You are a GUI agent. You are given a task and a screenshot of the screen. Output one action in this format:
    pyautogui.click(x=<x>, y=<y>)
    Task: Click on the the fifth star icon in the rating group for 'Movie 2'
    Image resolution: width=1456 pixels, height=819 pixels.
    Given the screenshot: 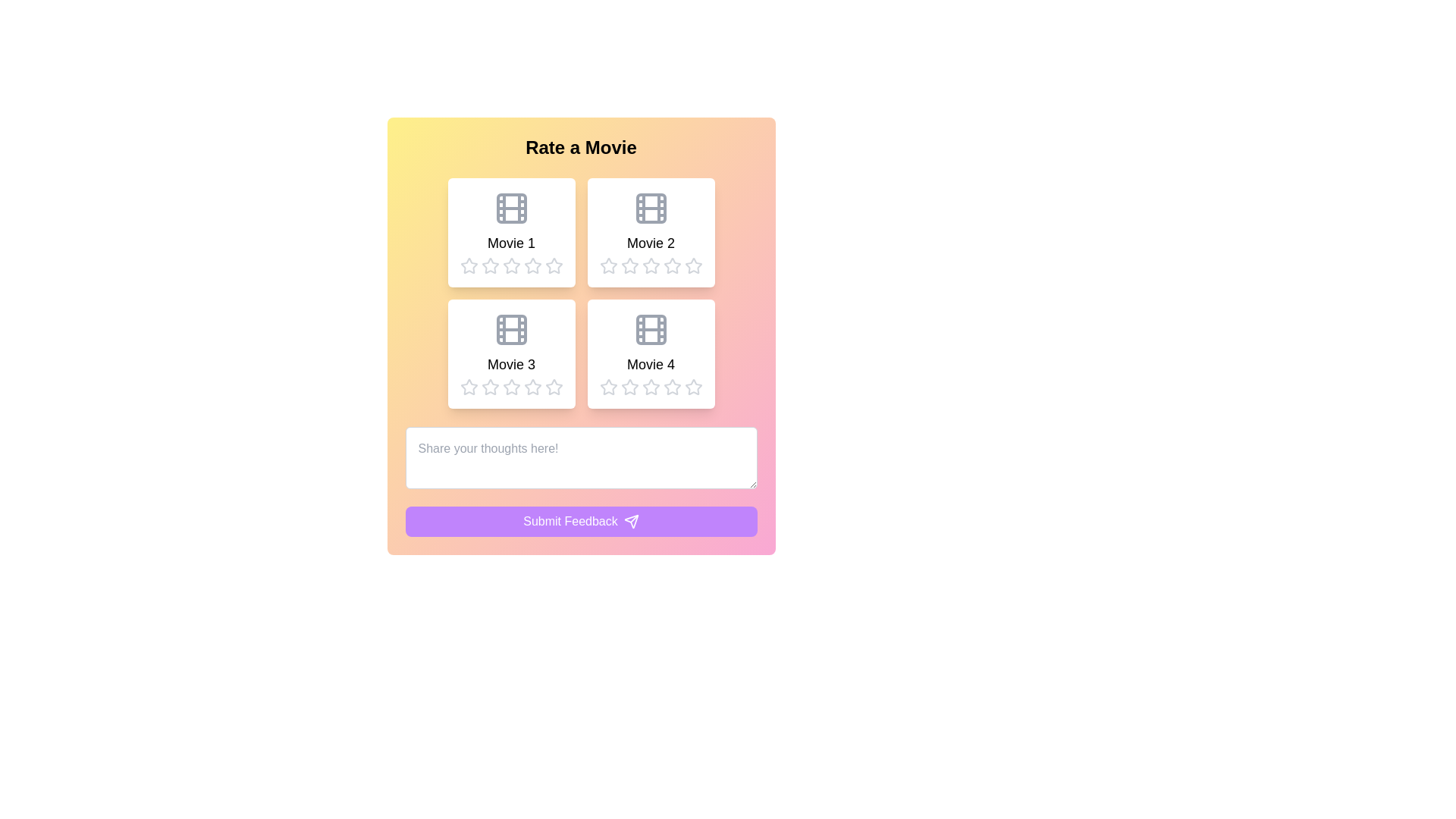 What is the action you would take?
    pyautogui.click(x=692, y=265)
    